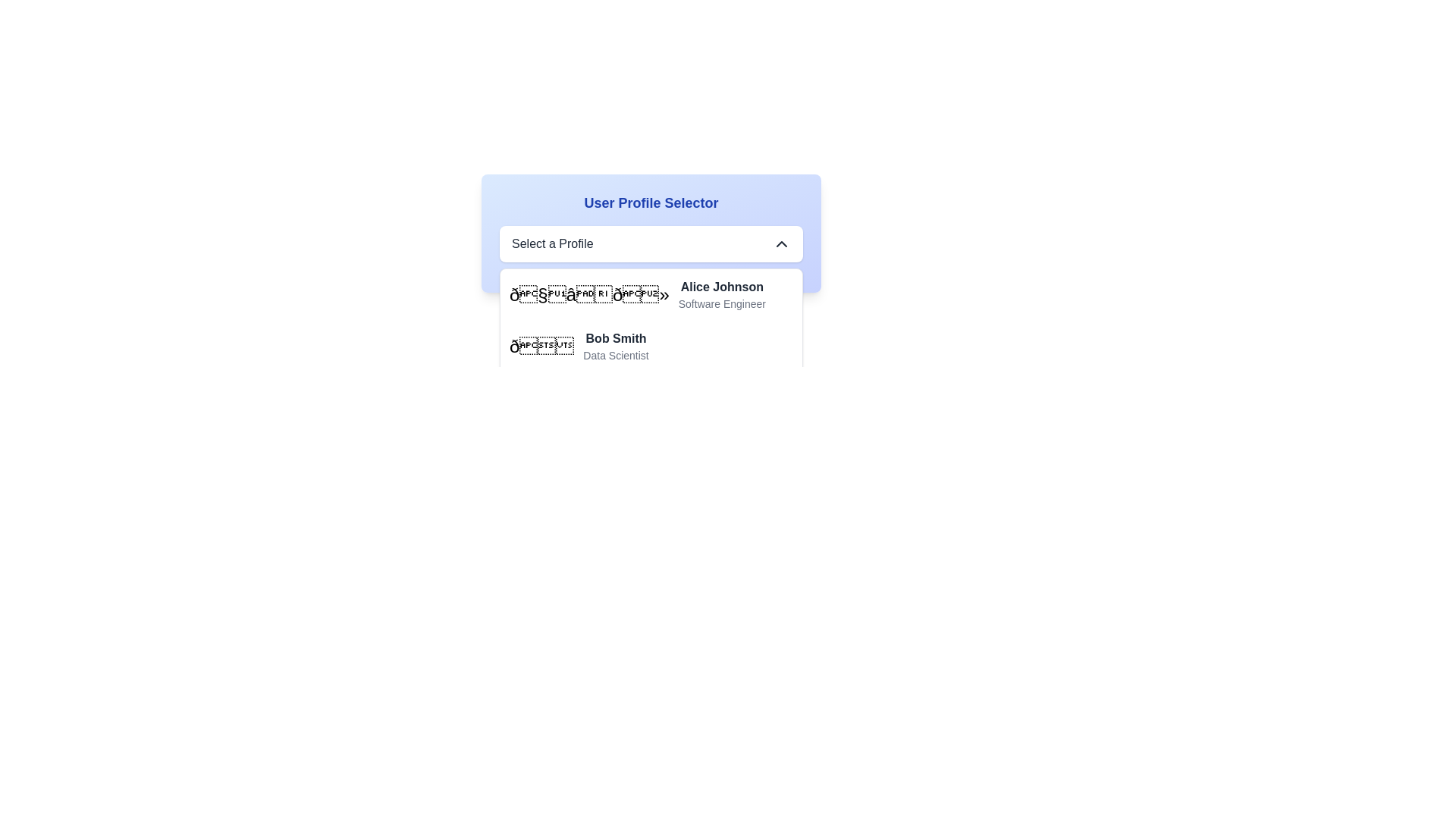 The width and height of the screenshot is (1456, 819). Describe the element at coordinates (721, 304) in the screenshot. I see `the Text label displaying the job title associated with 'Alice Johnson', which is located directly below the name in the user profile selection interface` at that location.